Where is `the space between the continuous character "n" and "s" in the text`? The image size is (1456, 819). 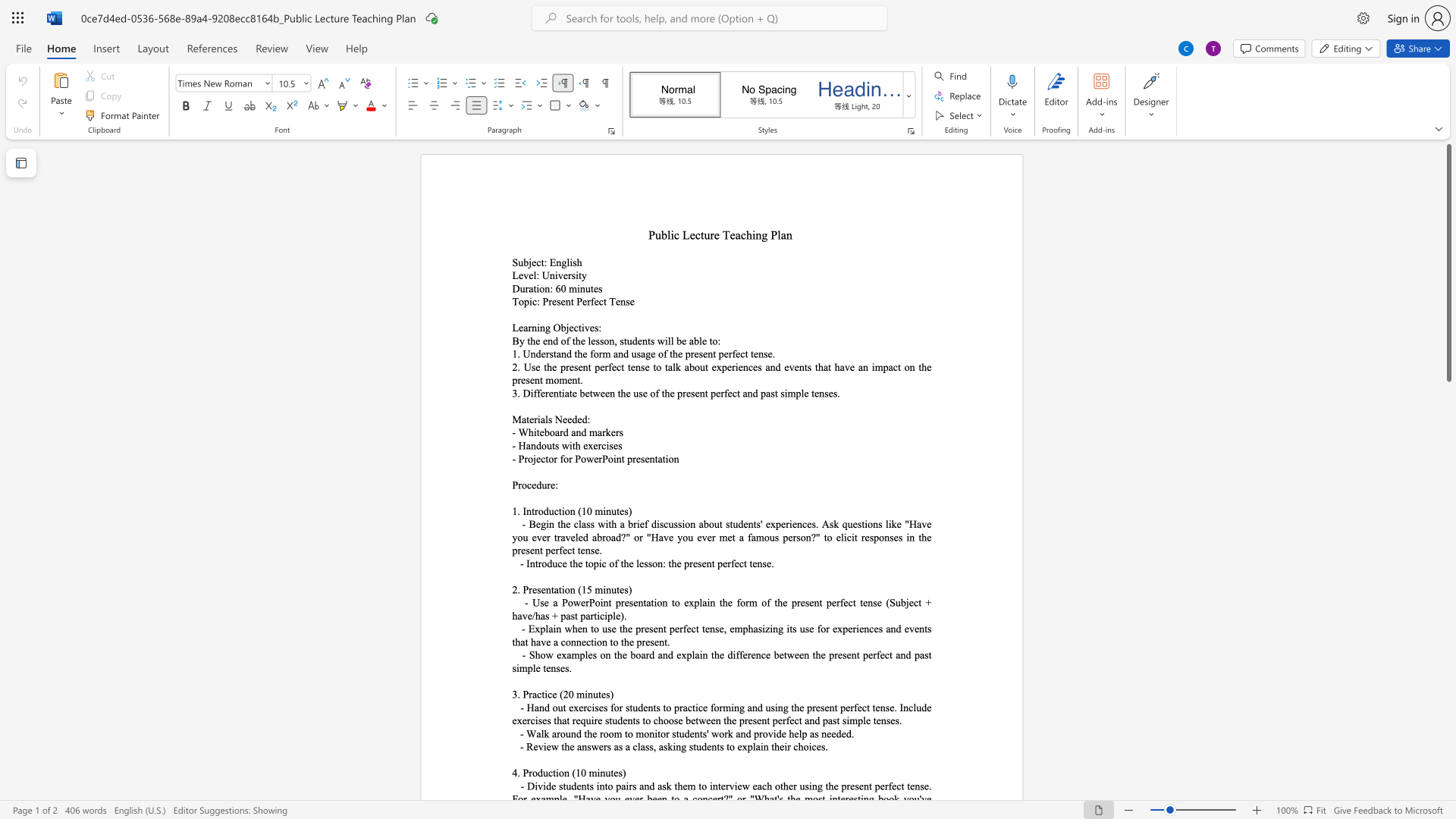
the space between the continuous character "n" and "s" in the text is located at coordinates (872, 601).